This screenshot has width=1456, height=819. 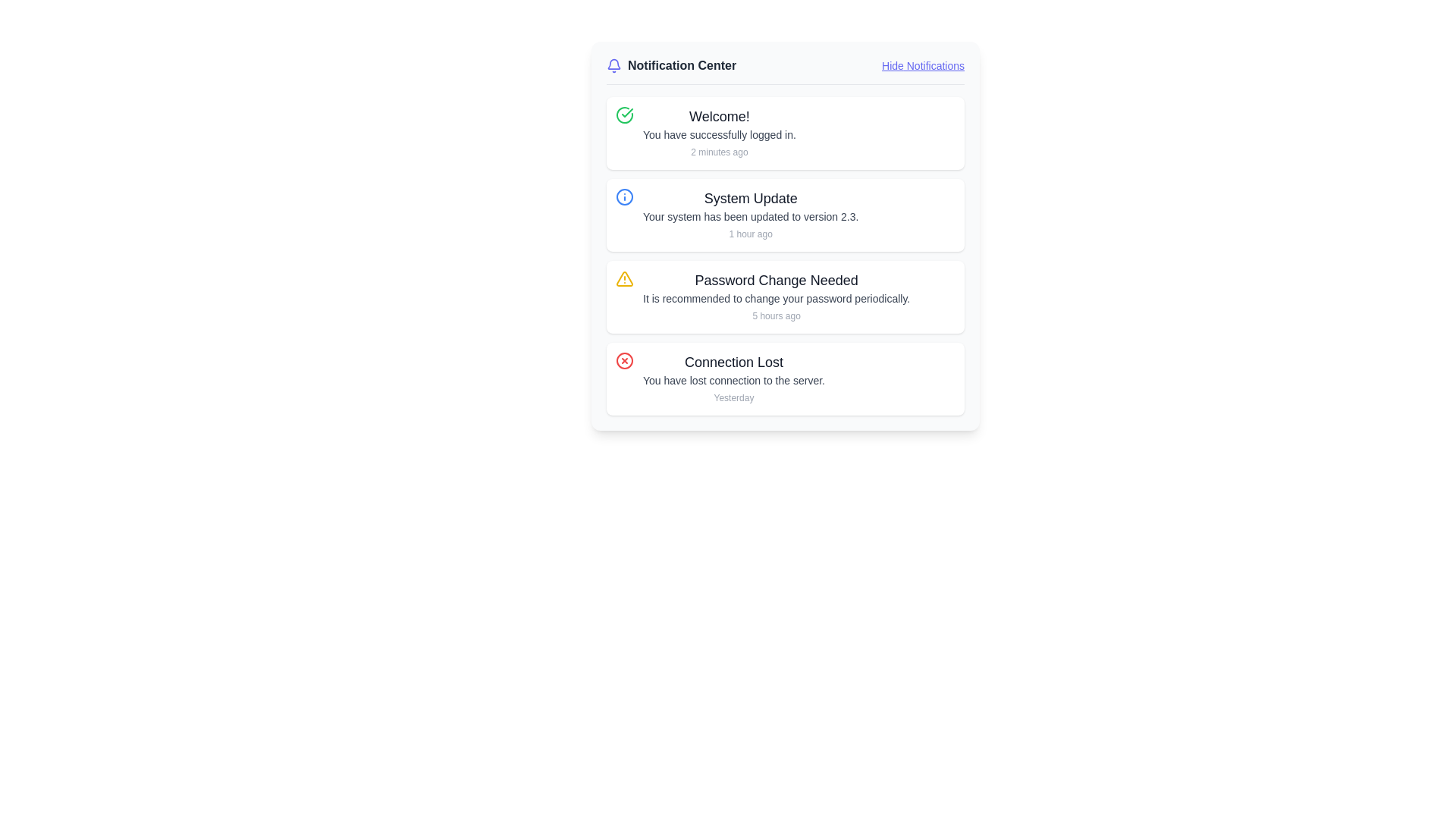 What do you see at coordinates (734, 378) in the screenshot?
I see `the notification text block that informs the user about the disconnection issue from the server, located in the fourth notification card within the notification center interface` at bounding box center [734, 378].